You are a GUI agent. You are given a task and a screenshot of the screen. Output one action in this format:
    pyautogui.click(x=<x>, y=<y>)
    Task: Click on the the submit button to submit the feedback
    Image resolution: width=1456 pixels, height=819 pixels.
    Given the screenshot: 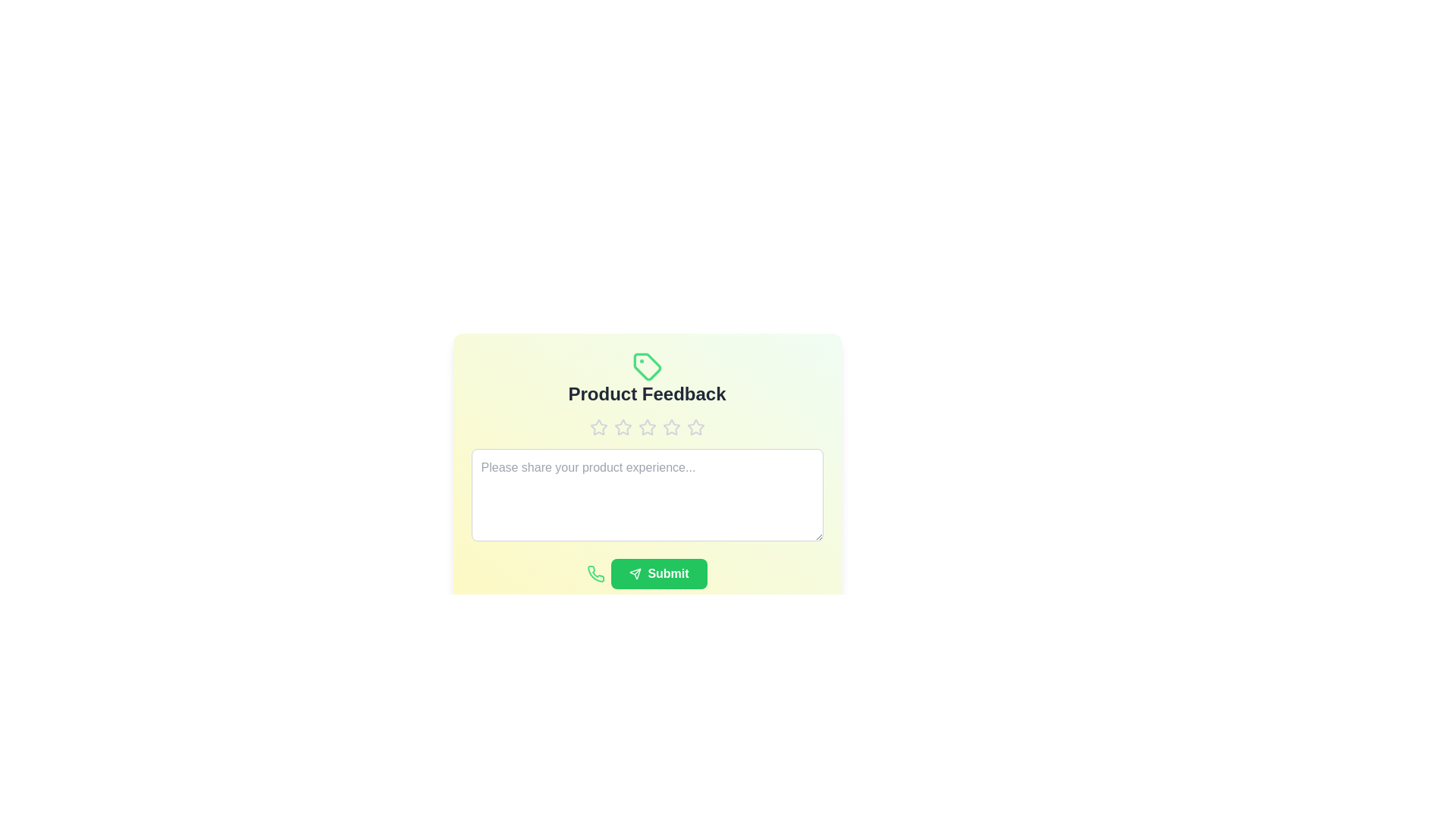 What is the action you would take?
    pyautogui.click(x=659, y=573)
    